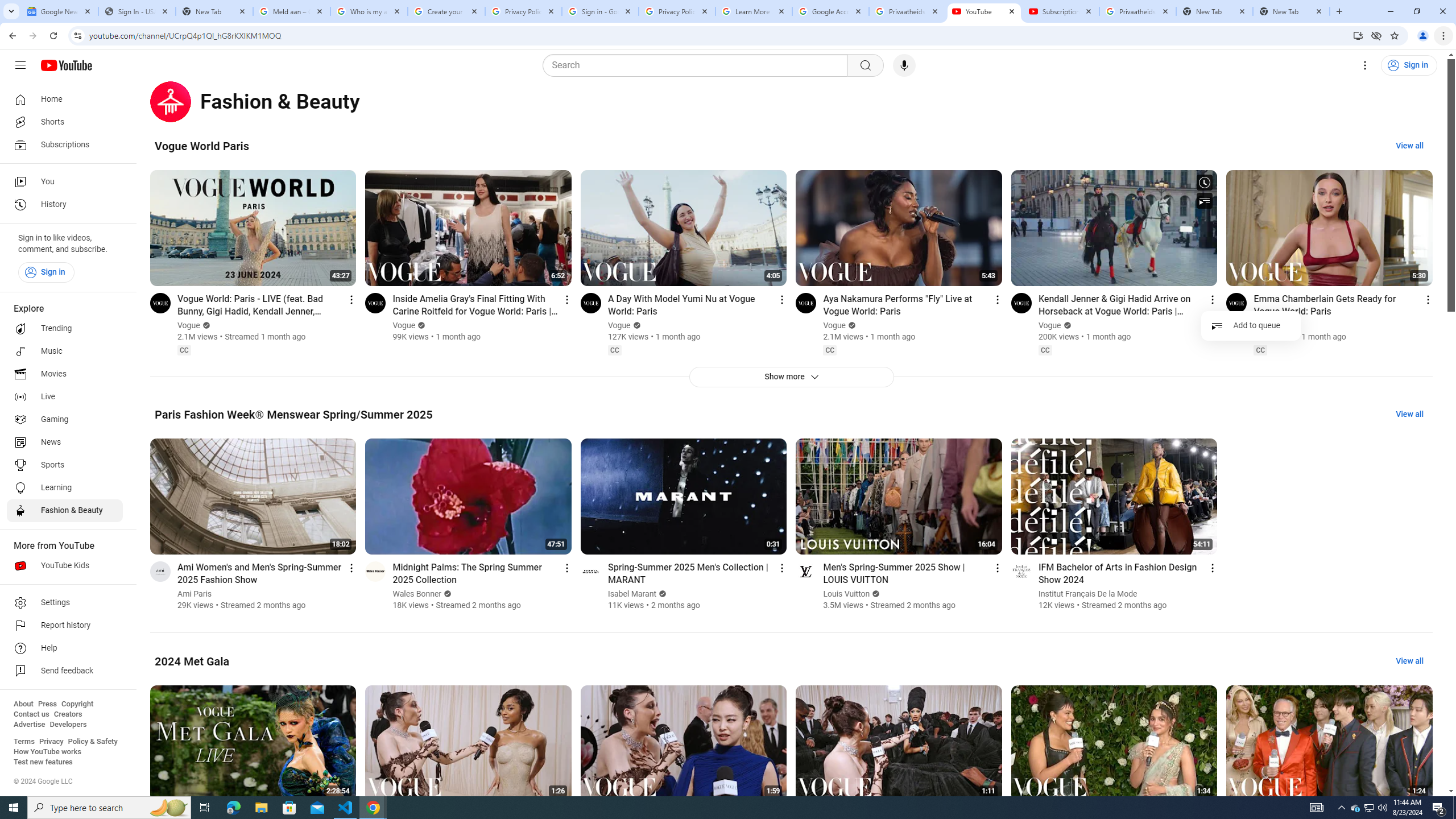  I want to click on 'Send feedback', so click(64, 671).